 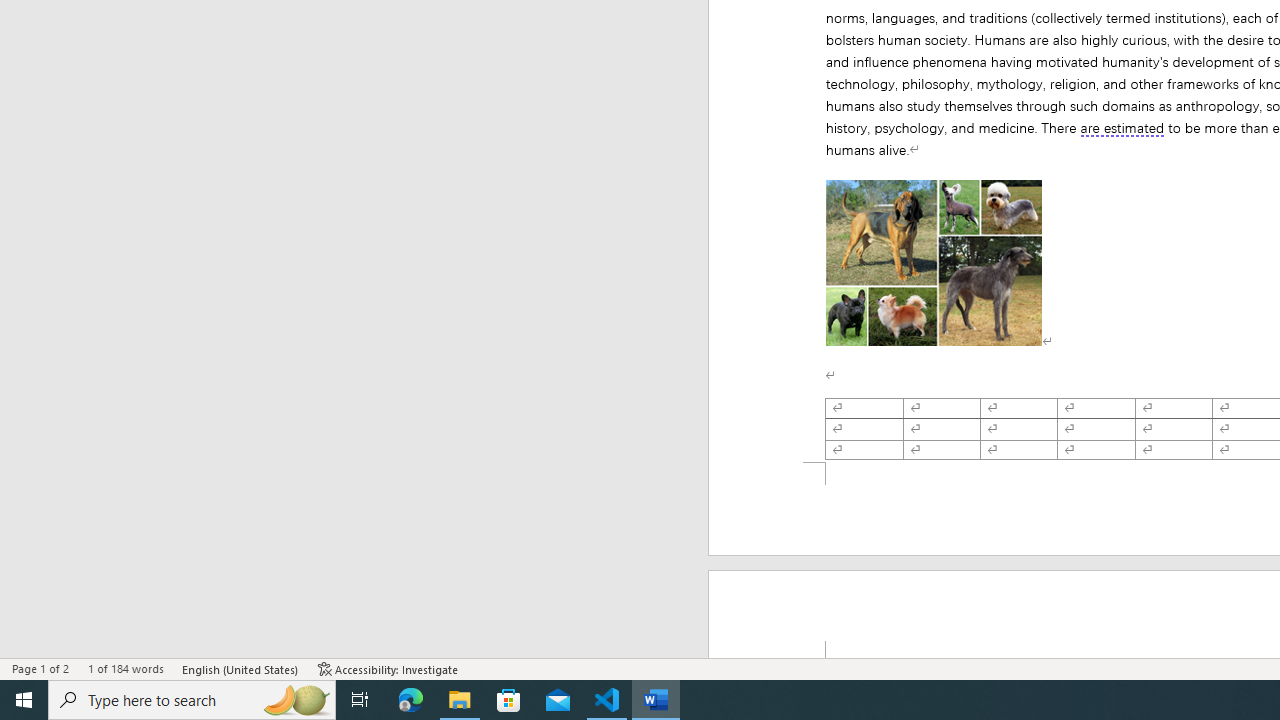 What do you see at coordinates (932, 262) in the screenshot?
I see `'Morphological variation in six dogs'` at bounding box center [932, 262].